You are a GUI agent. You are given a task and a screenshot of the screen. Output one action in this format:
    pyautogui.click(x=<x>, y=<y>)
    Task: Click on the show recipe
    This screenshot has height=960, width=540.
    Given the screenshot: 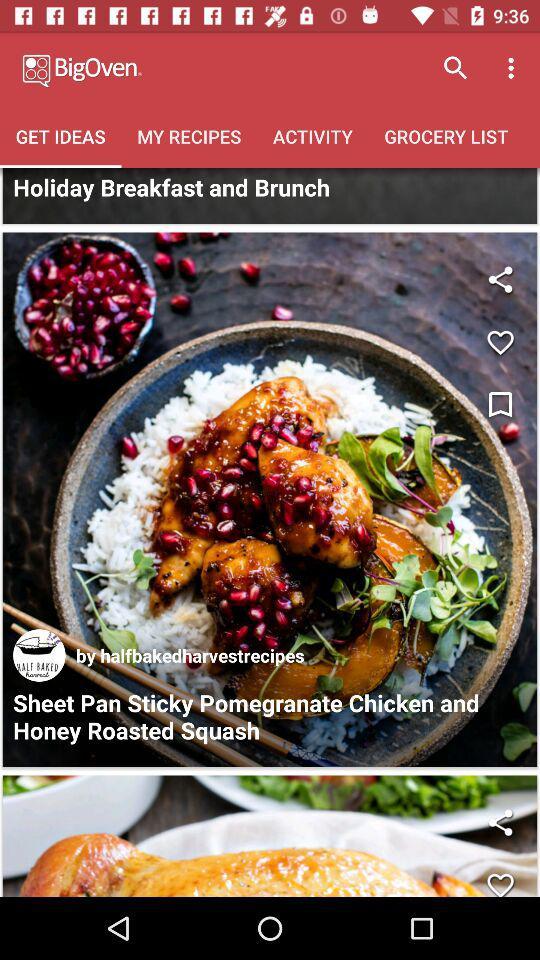 What is the action you would take?
    pyautogui.click(x=270, y=836)
    